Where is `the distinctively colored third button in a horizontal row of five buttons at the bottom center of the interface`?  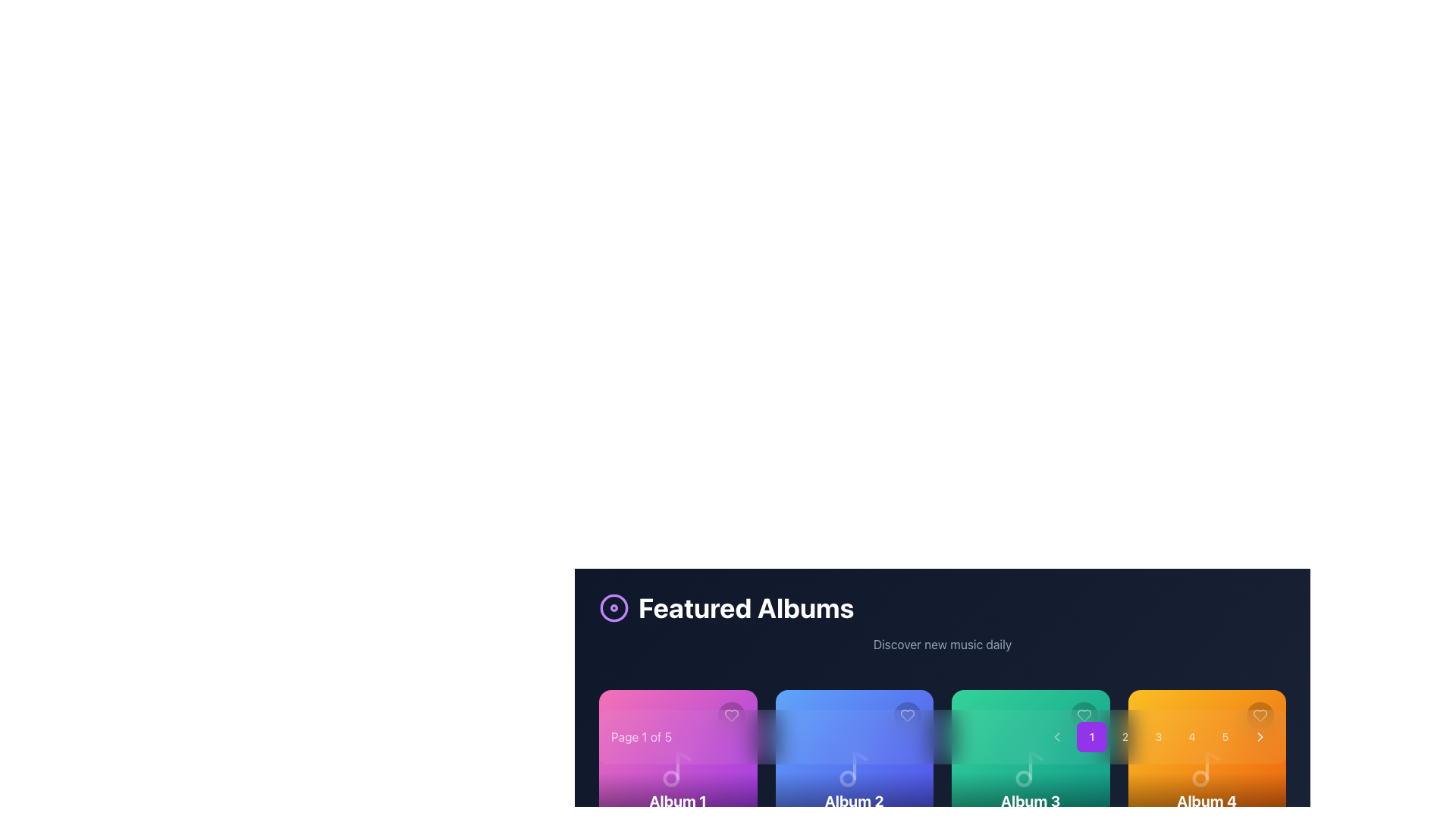
the distinctively colored third button in a horizontal row of five buttons at the bottom center of the interface is located at coordinates (1157, 736).